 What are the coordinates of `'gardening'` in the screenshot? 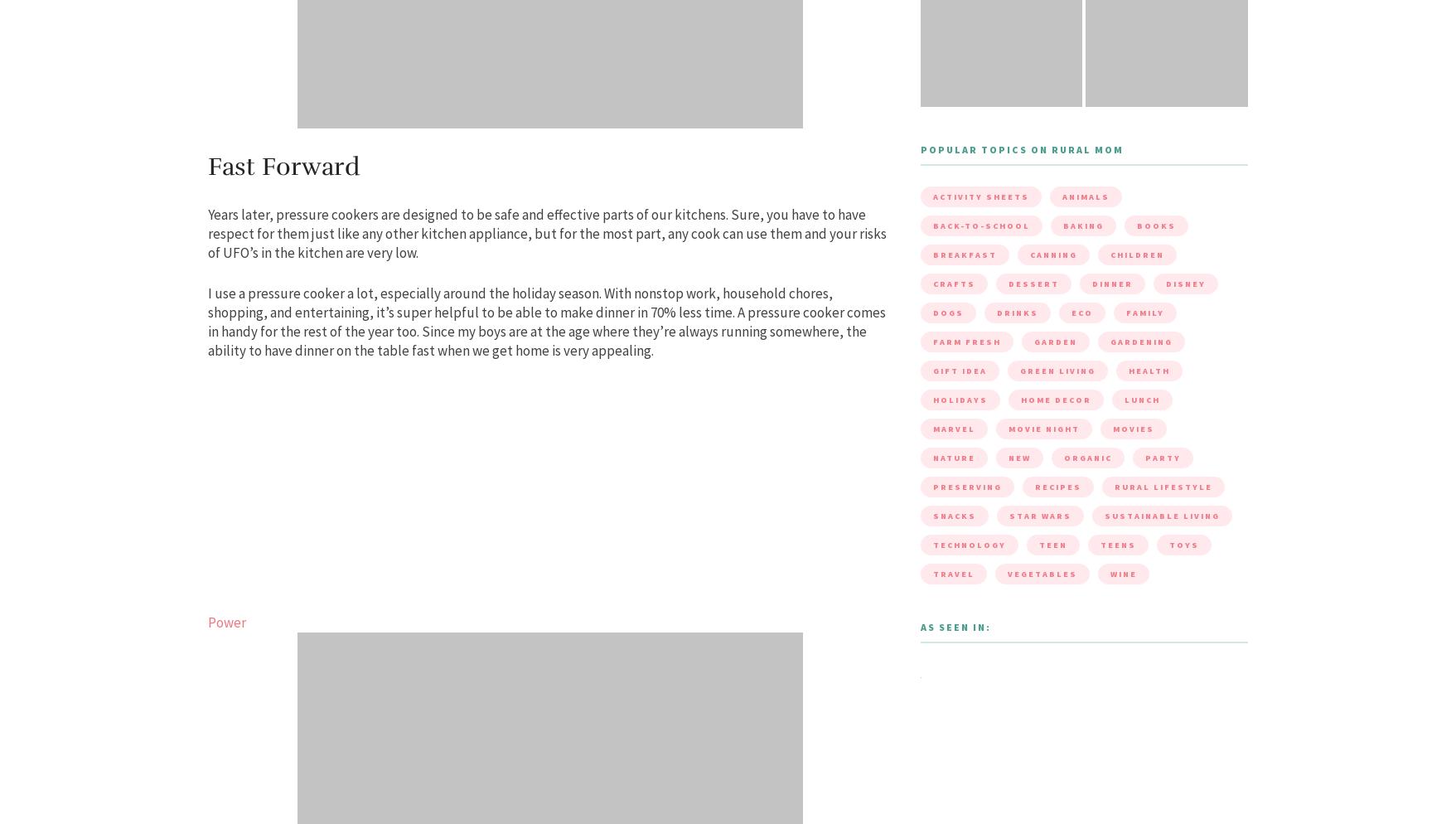 It's located at (1140, 341).